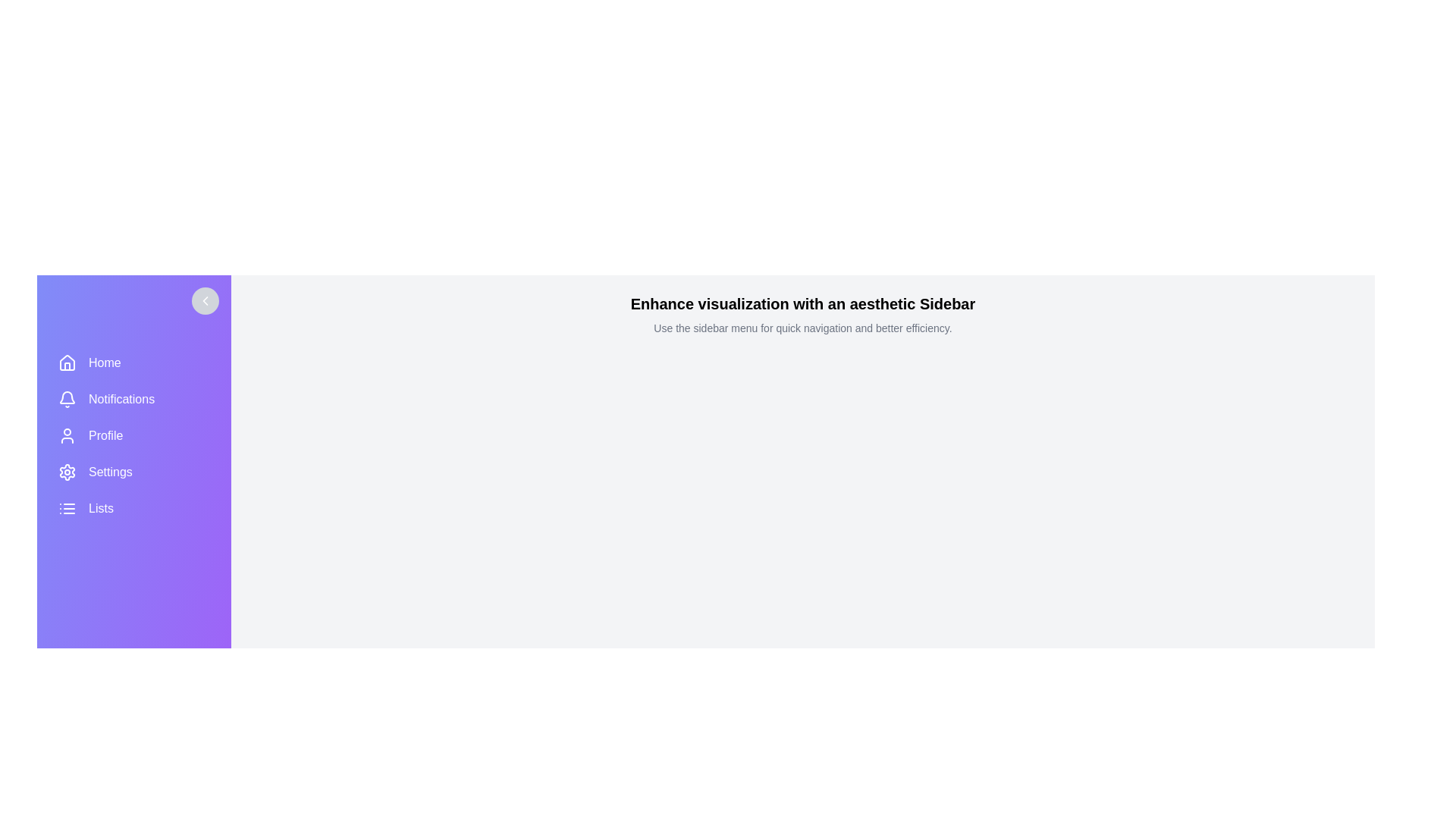 The image size is (1456, 819). What do you see at coordinates (134, 509) in the screenshot?
I see `the menu item Lists in the sidebar to navigate` at bounding box center [134, 509].